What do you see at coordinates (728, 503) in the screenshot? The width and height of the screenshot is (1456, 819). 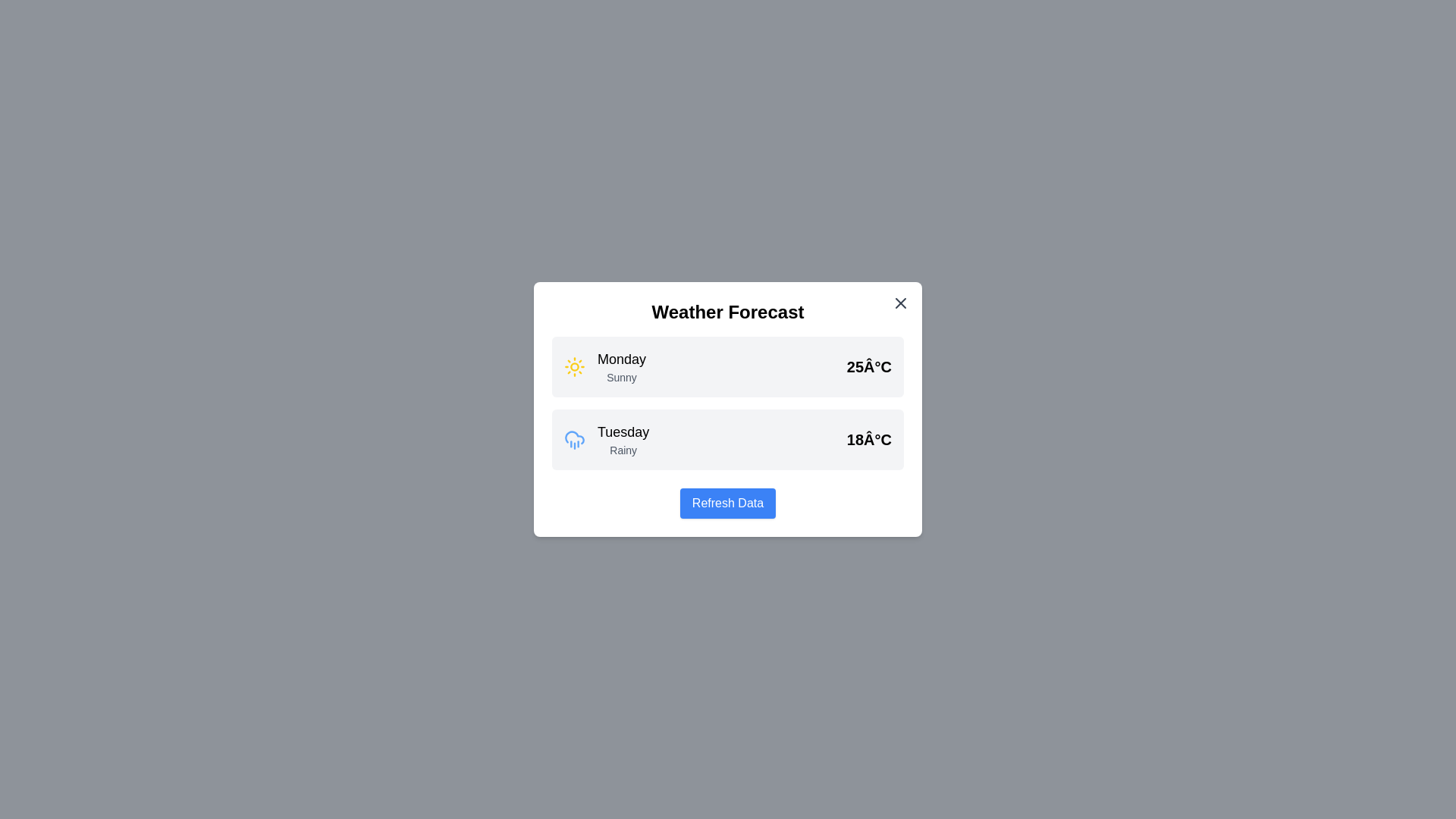 I see `the blue rectangular button labeled 'Refresh Data' located at the bottom-center of the 'Weather Forecast' modal to observe its visual feedback` at bounding box center [728, 503].